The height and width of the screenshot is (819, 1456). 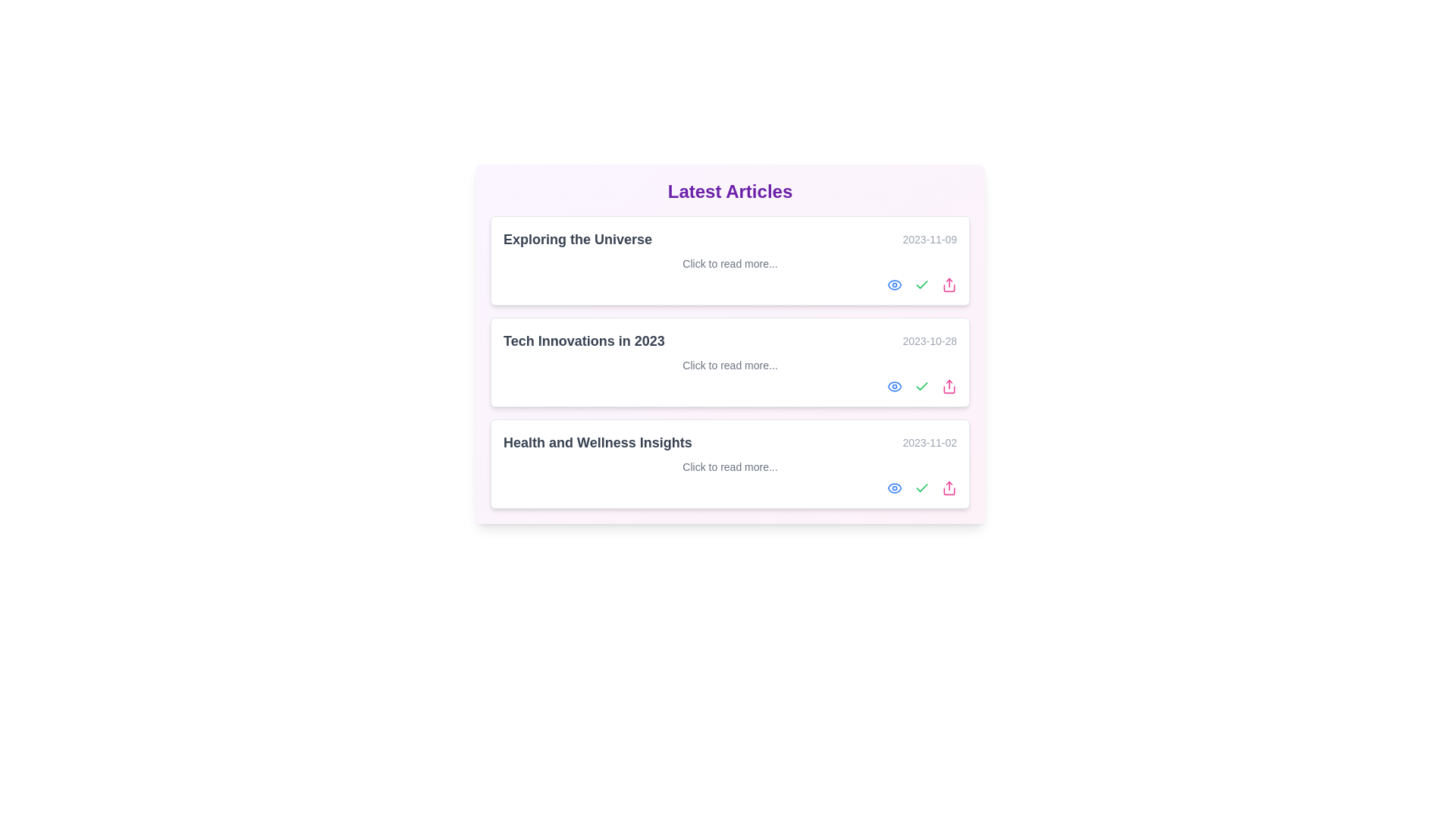 I want to click on 'Share' icon for the article titled Tech Innovations in 2023, so click(x=949, y=385).